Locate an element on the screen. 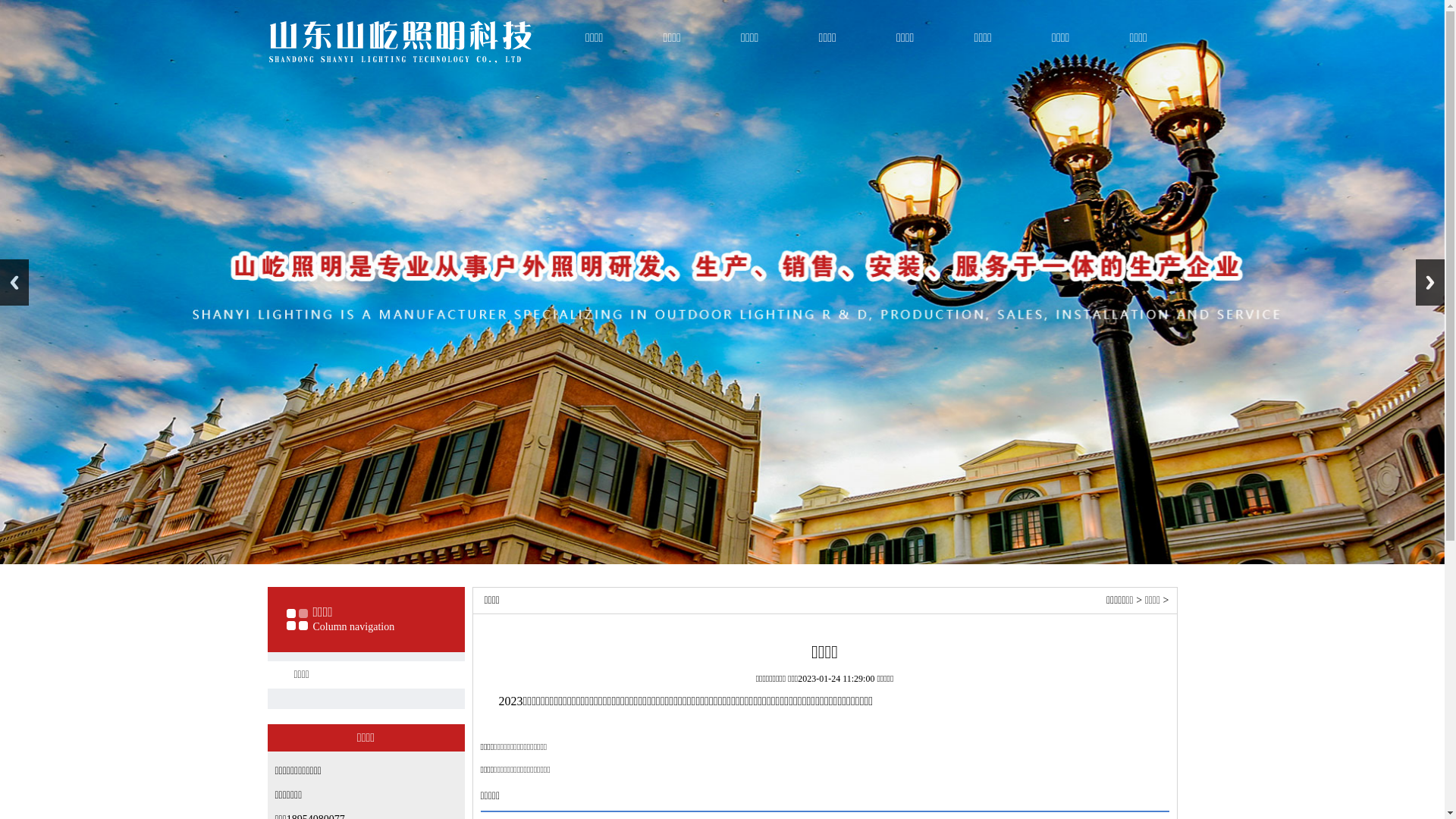  'Previous' is located at coordinates (14, 282).